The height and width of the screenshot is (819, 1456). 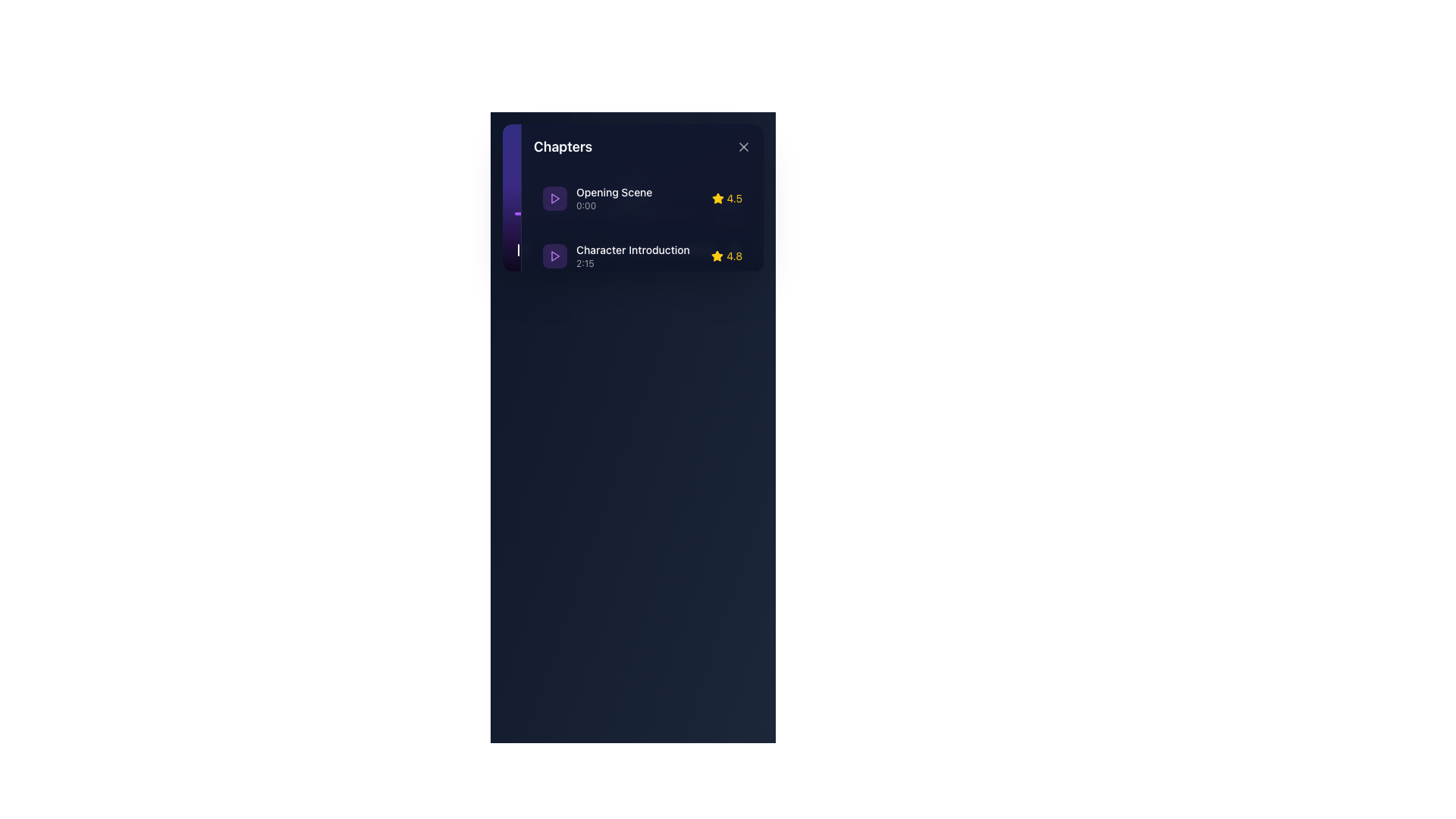 What do you see at coordinates (597, 198) in the screenshot?
I see `the first chapter item labeled 'Opening Scene' in the vertical list within the 'Chapters' panel` at bounding box center [597, 198].